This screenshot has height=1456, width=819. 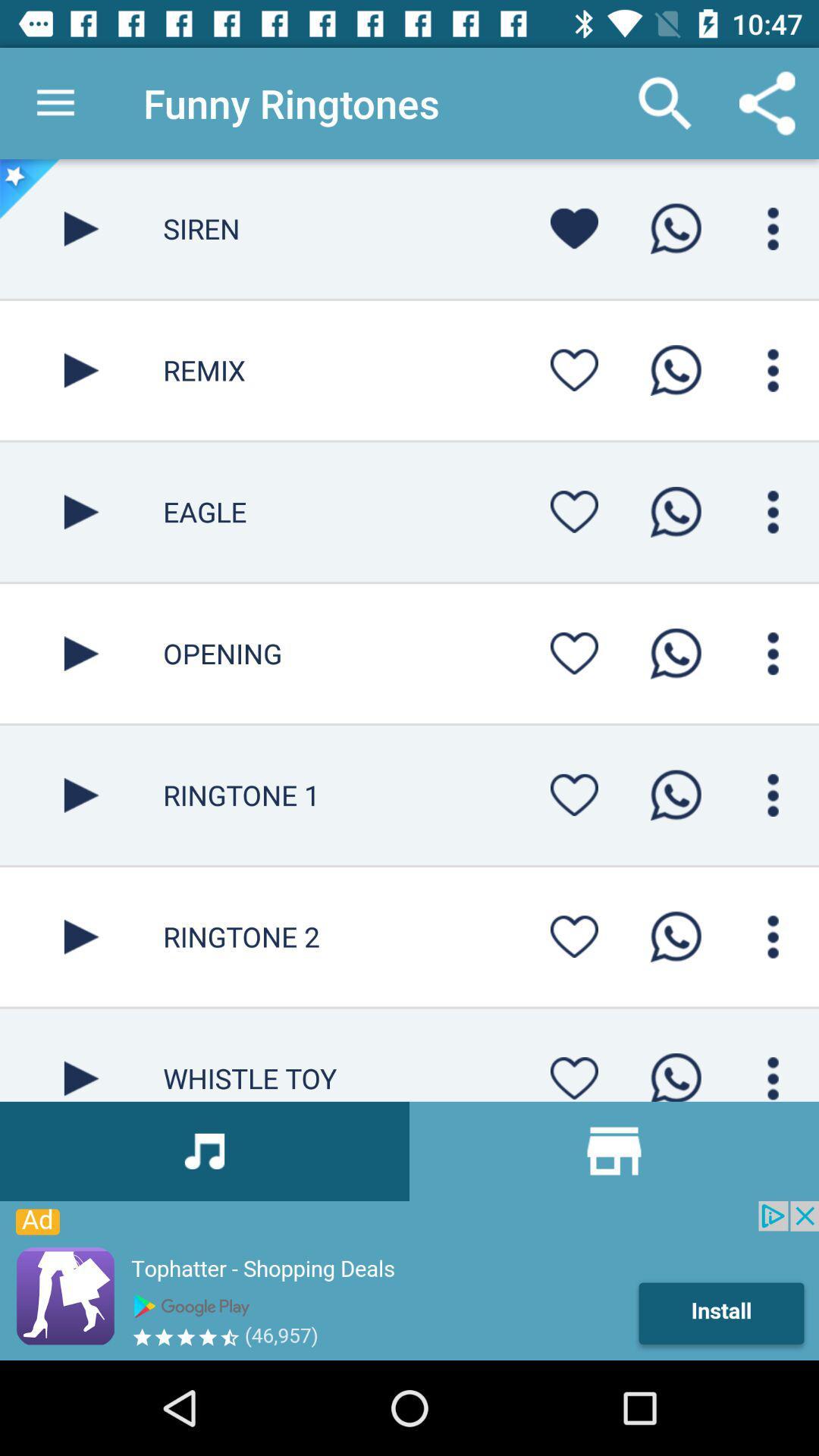 What do you see at coordinates (81, 936) in the screenshot?
I see `play` at bounding box center [81, 936].